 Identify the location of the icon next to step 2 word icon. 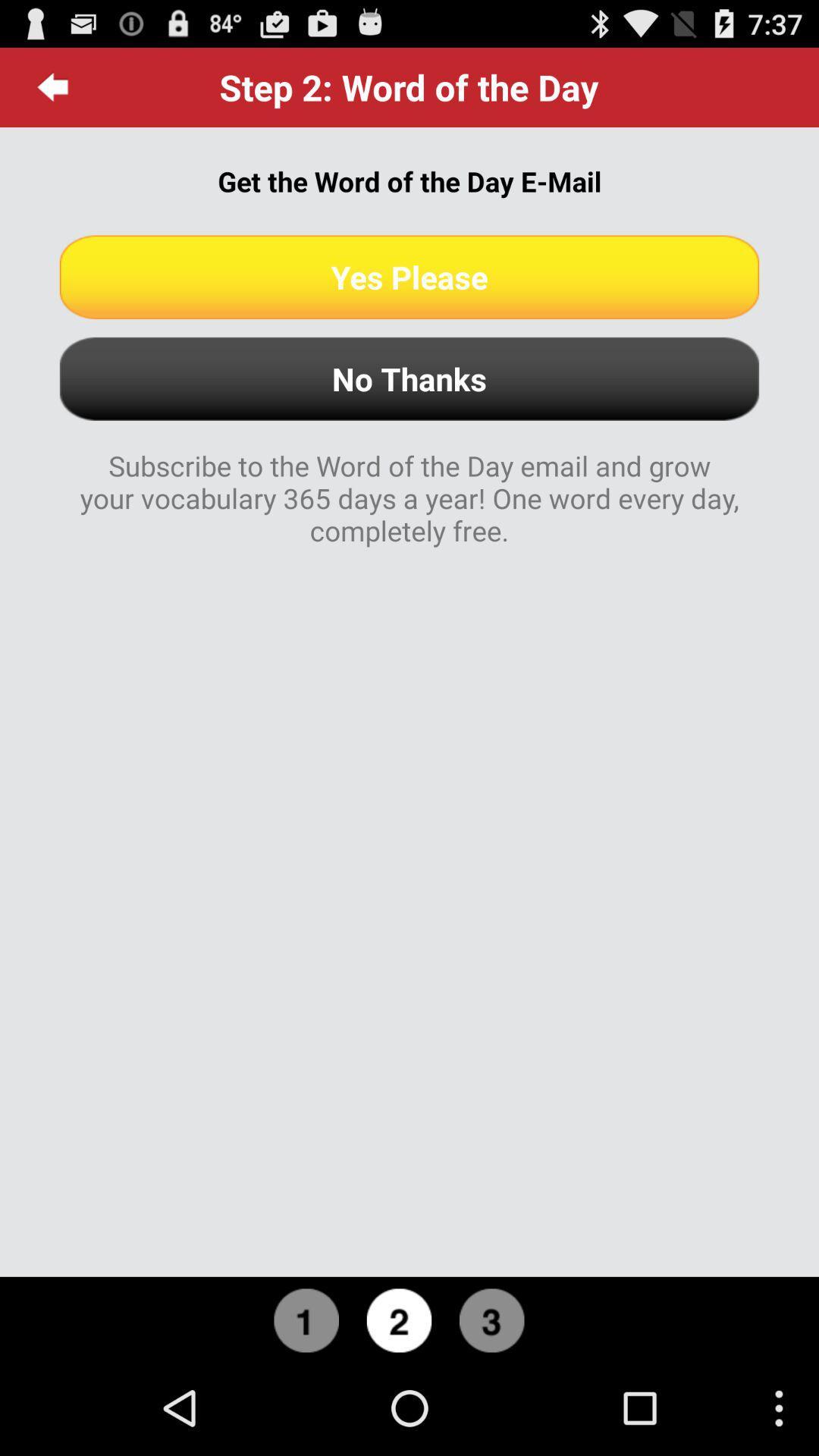
(52, 86).